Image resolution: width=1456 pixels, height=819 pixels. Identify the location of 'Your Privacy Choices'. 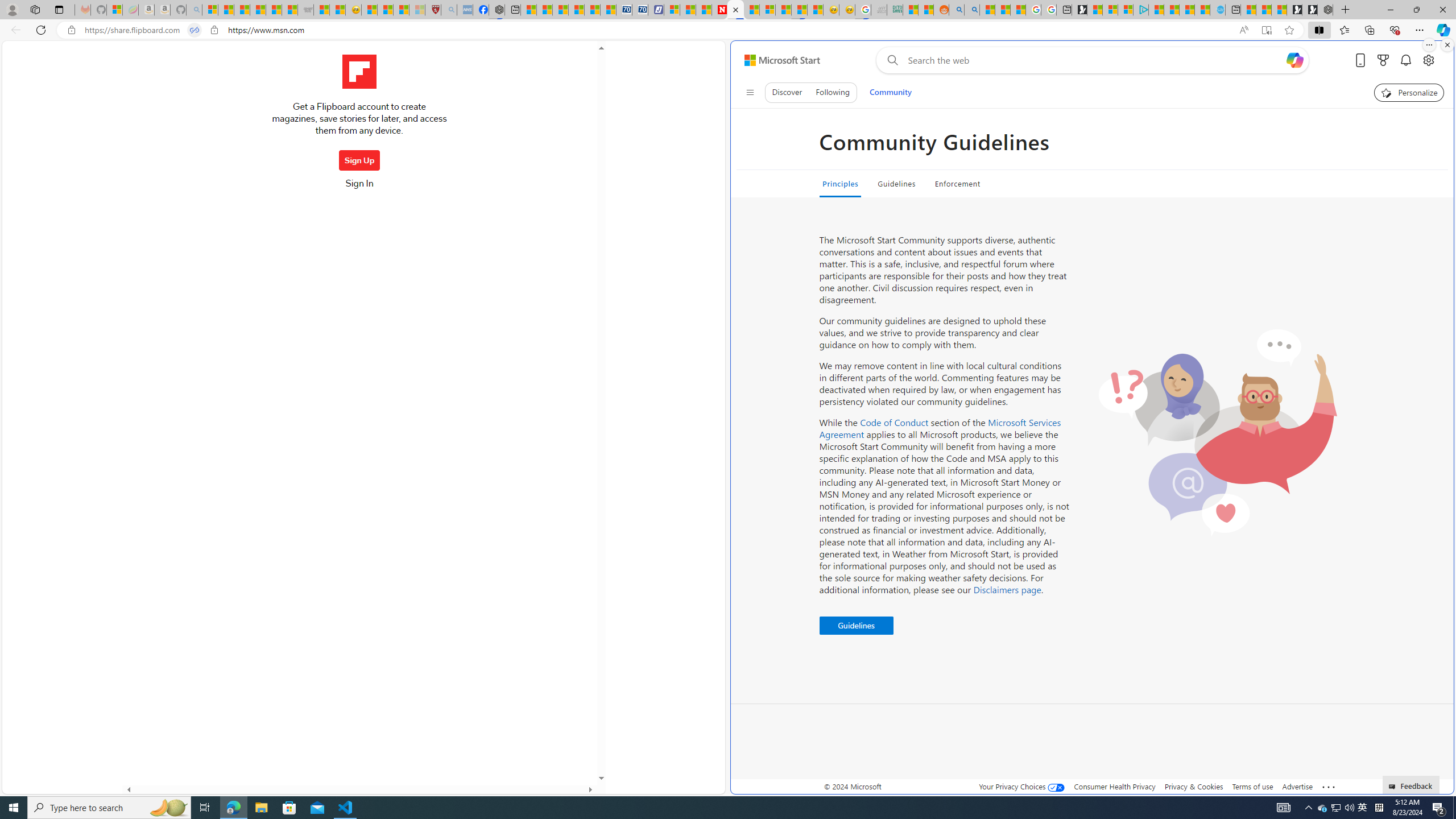
(1022, 786).